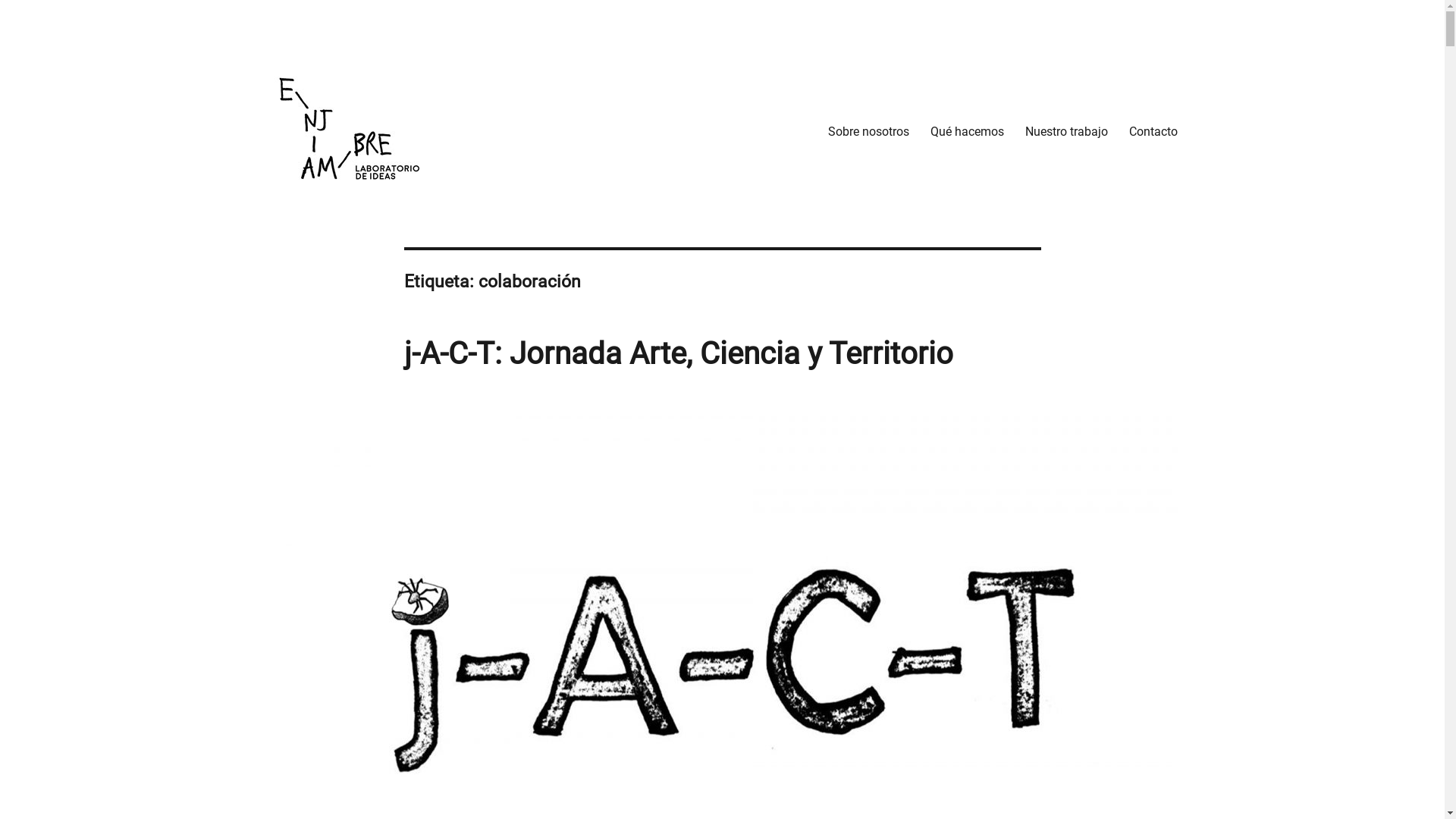 The height and width of the screenshot is (819, 1456). I want to click on 'Sobre nosotros', so click(817, 130).